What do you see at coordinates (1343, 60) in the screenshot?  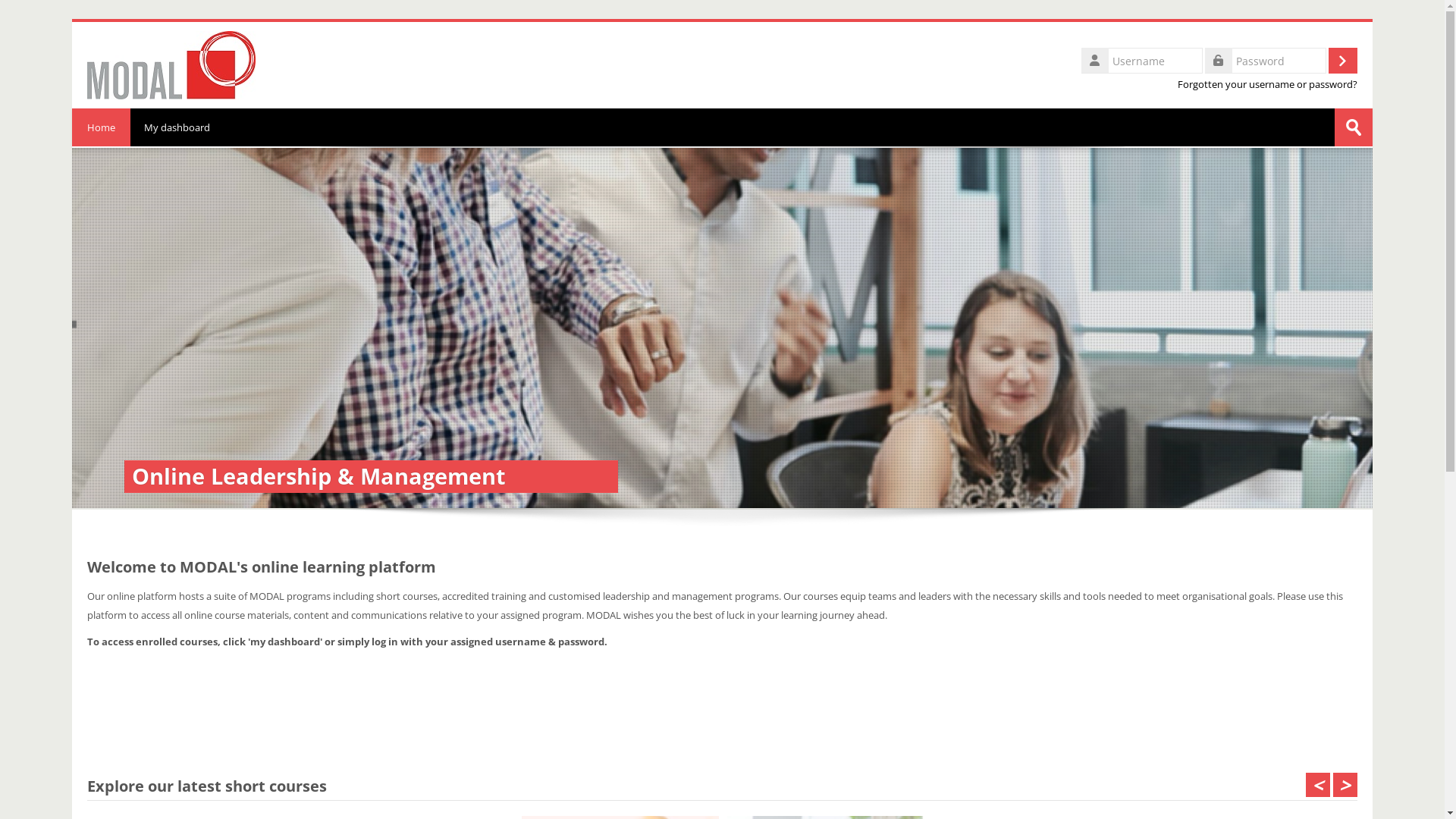 I see `'Log in'` at bounding box center [1343, 60].